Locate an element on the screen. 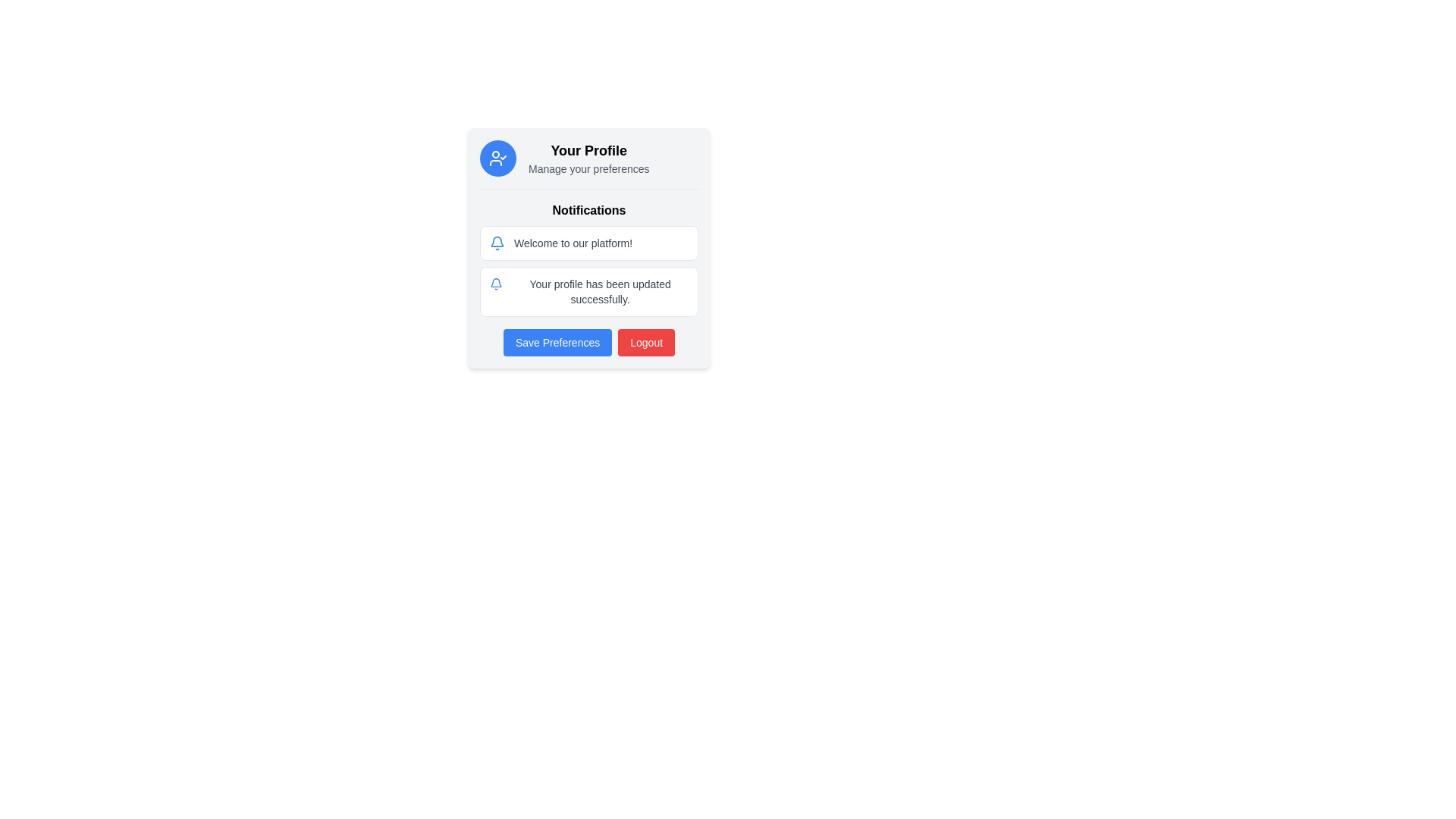 The width and height of the screenshot is (1456, 819). the non-interactive notification message informing the user about the successful update of their profile, located in the second position within the 'Notifications' section is located at coordinates (588, 292).